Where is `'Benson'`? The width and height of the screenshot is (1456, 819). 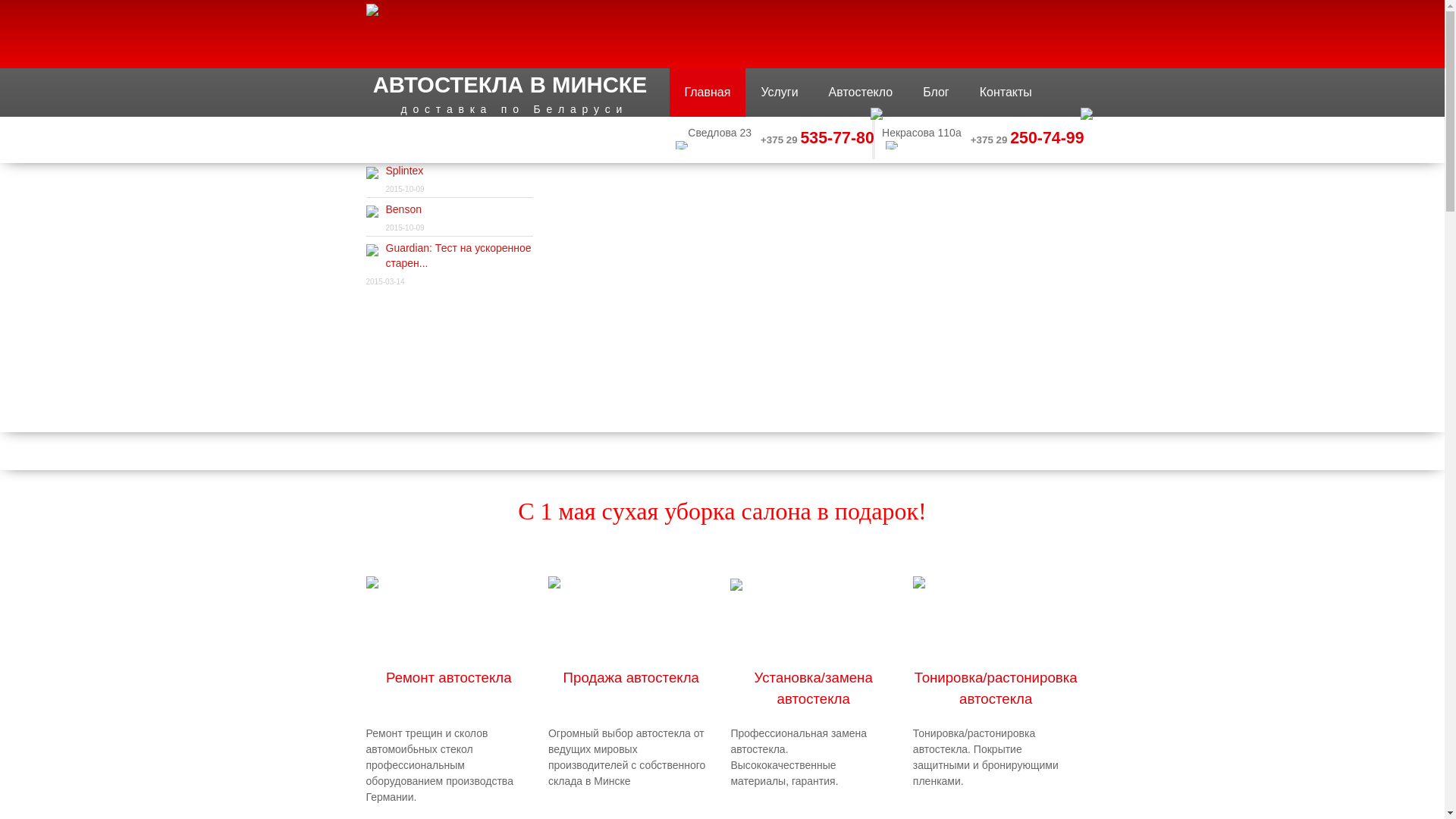
'Benson' is located at coordinates (365, 212).